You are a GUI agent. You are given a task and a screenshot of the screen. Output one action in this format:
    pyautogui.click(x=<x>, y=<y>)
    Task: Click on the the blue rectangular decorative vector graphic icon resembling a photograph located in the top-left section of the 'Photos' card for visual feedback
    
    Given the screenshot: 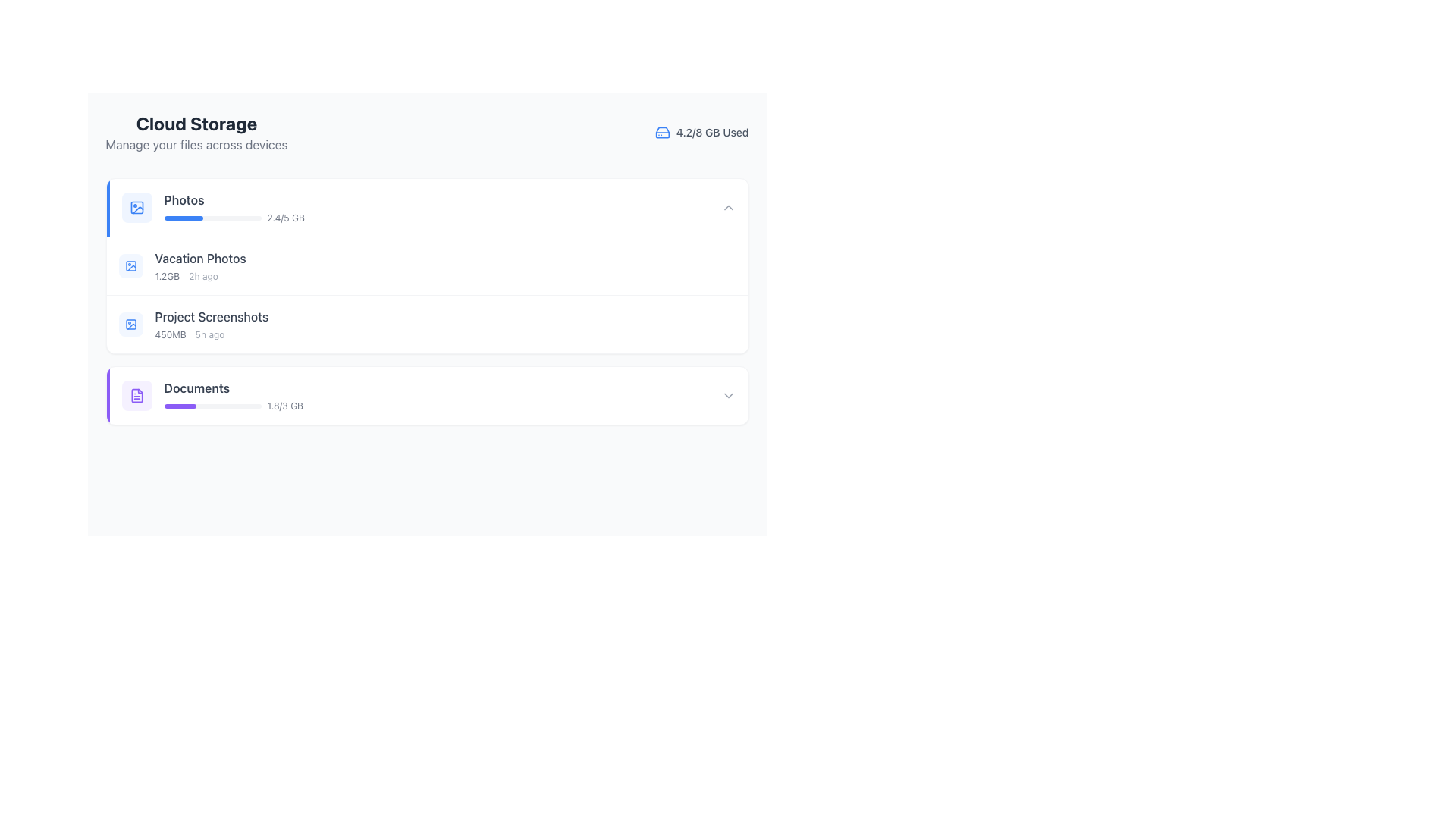 What is the action you would take?
    pyautogui.click(x=130, y=265)
    